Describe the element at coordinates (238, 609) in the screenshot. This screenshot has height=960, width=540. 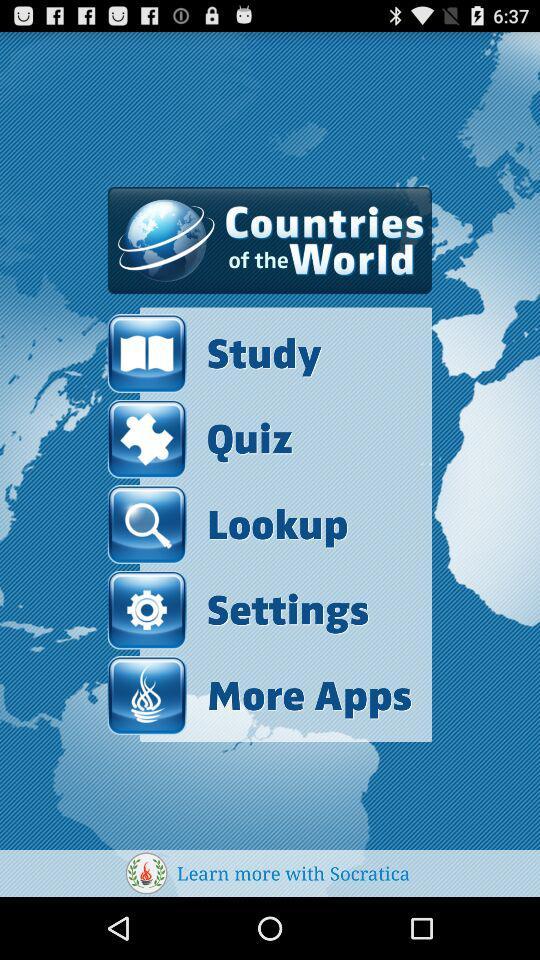
I see `settings` at that location.